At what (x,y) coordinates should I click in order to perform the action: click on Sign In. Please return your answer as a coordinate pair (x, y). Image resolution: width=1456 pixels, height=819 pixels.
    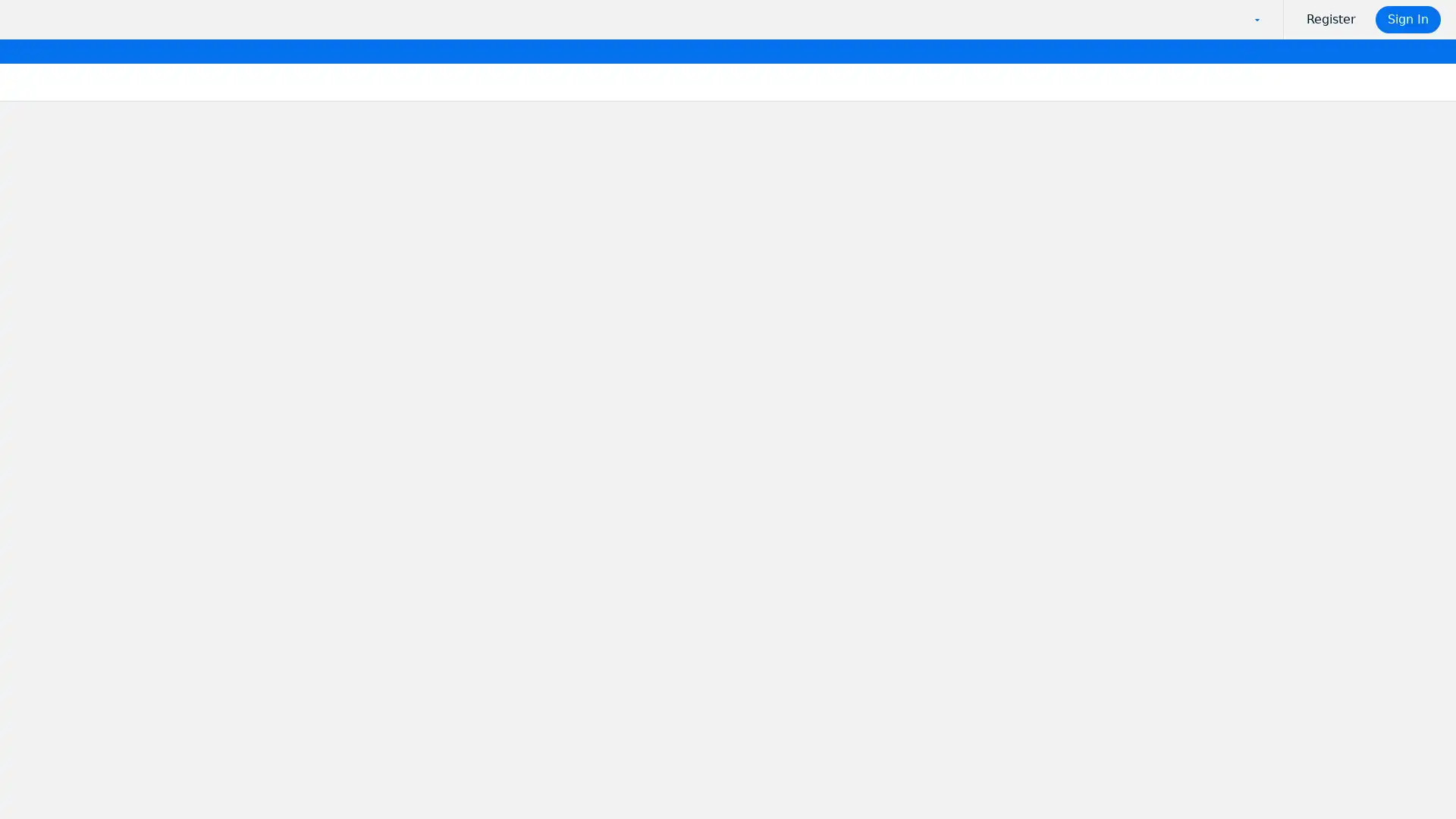
    Looking at the image, I should click on (1408, 20).